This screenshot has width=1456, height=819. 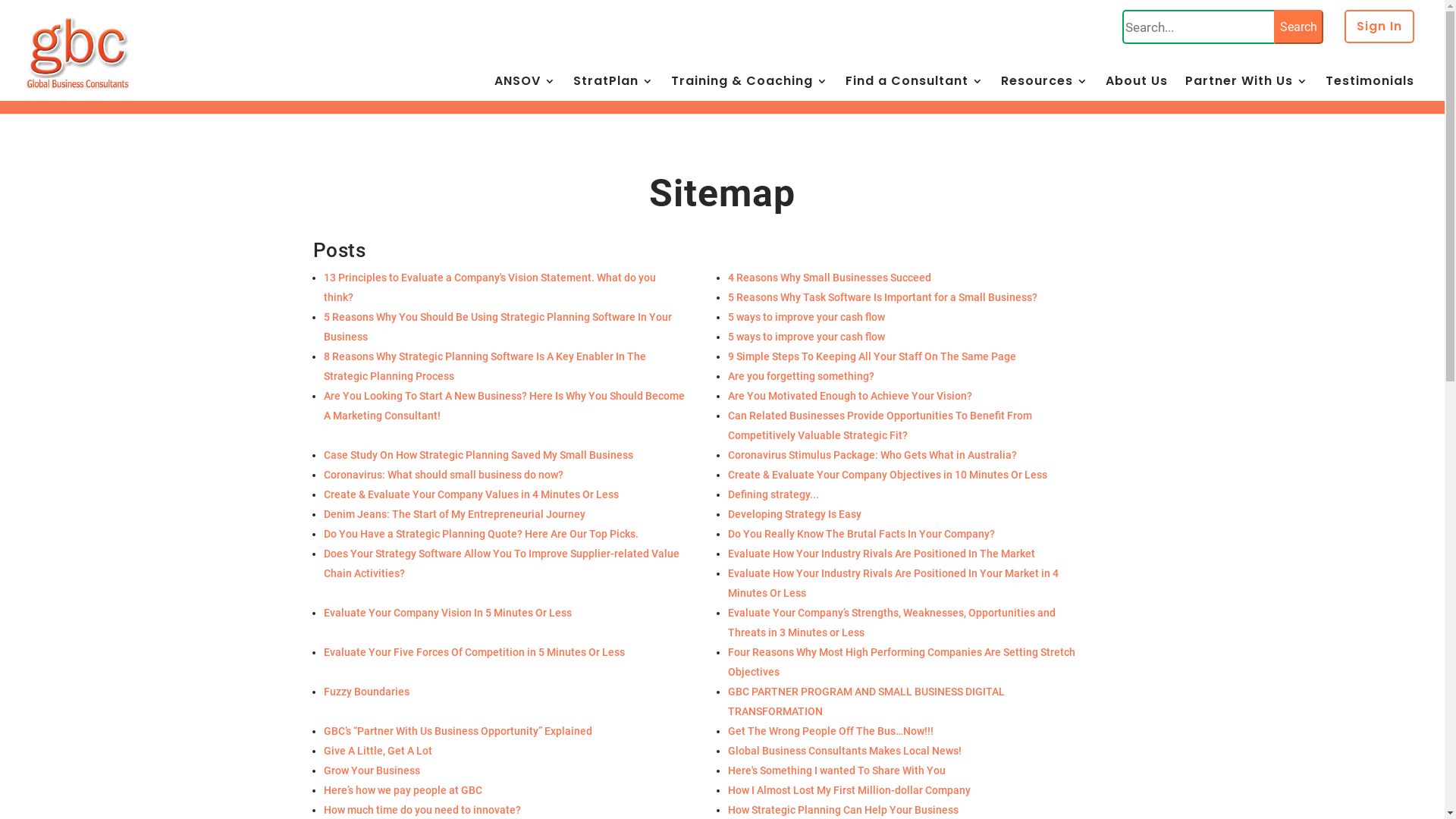 I want to click on 'Training & Coaching', so click(x=749, y=90).